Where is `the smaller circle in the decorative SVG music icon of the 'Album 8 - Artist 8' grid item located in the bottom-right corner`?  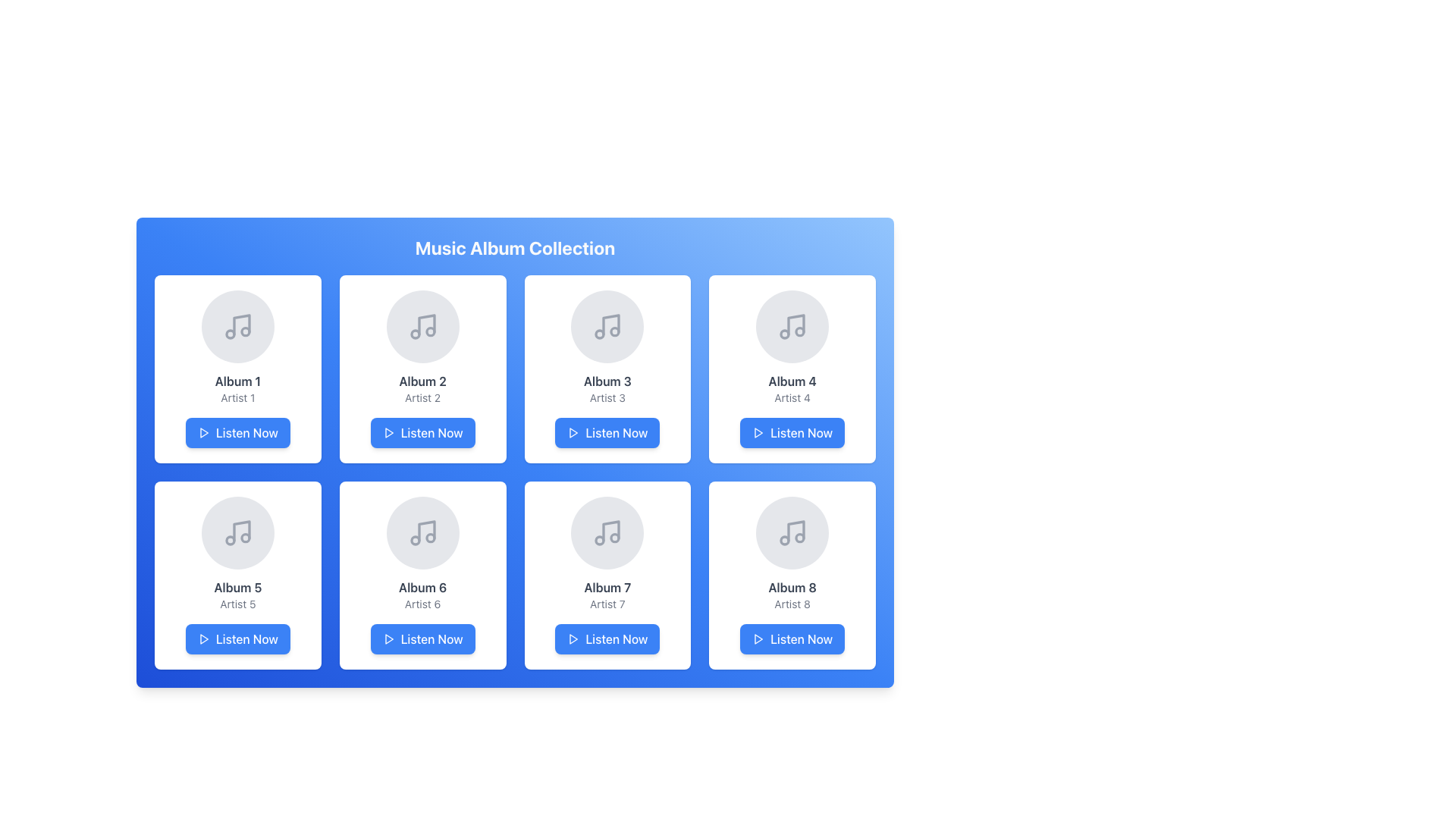
the smaller circle in the decorative SVG music icon of the 'Album 8 - Artist 8' grid item located in the bottom-right corner is located at coordinates (799, 537).